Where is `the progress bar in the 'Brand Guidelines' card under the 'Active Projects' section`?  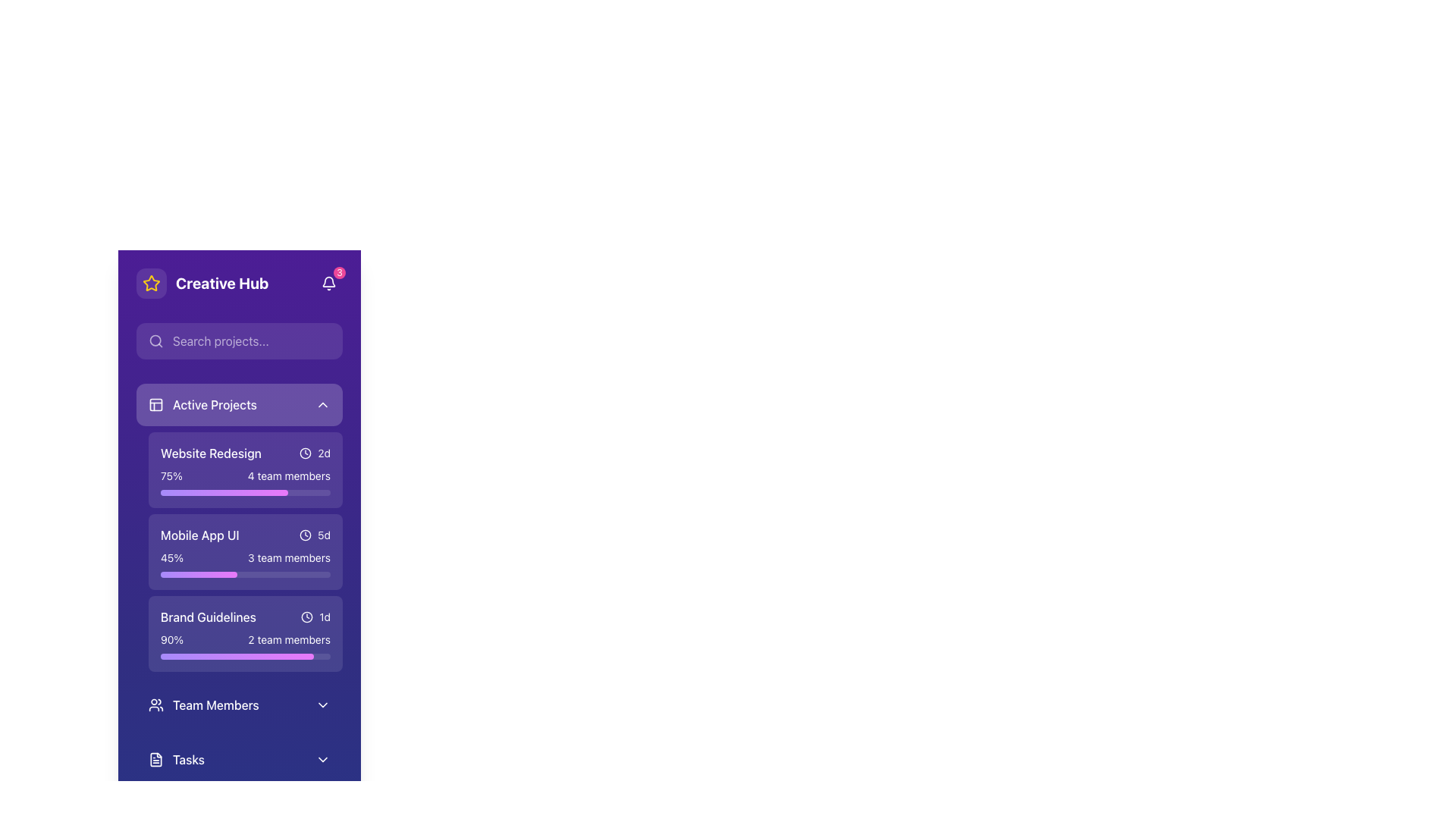 the progress bar in the 'Brand Guidelines' card under the 'Active Projects' section is located at coordinates (246, 646).